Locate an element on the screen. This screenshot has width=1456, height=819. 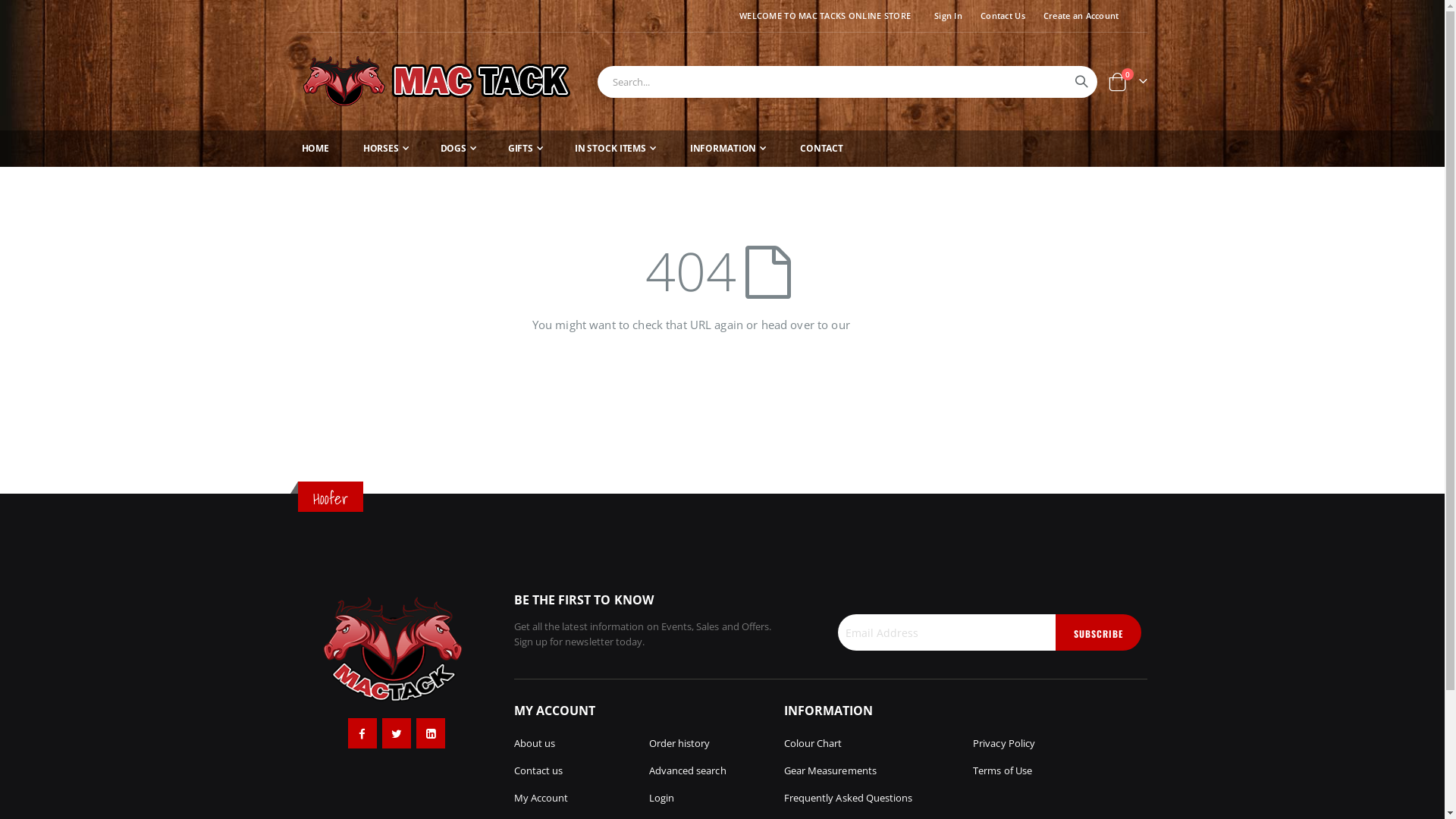
'Sign In' is located at coordinates (921, 15).